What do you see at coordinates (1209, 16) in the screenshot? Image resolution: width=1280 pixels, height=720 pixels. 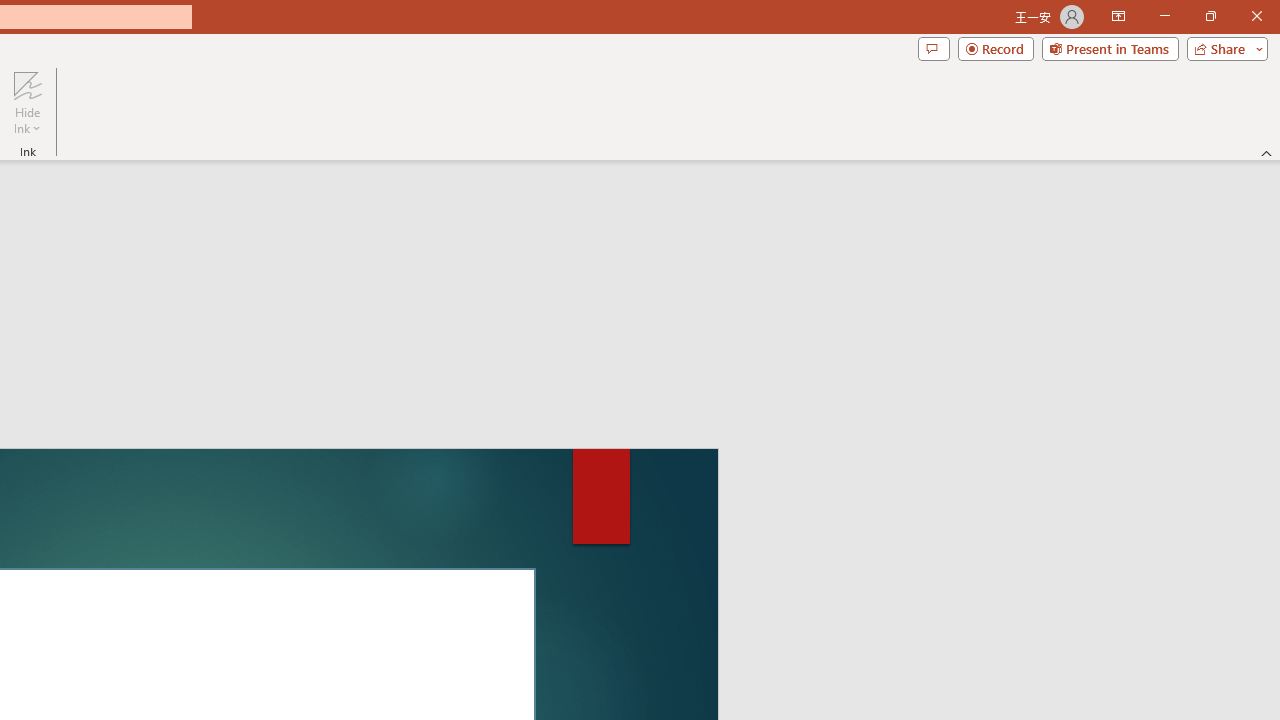 I see `'Restore Down'` at bounding box center [1209, 16].